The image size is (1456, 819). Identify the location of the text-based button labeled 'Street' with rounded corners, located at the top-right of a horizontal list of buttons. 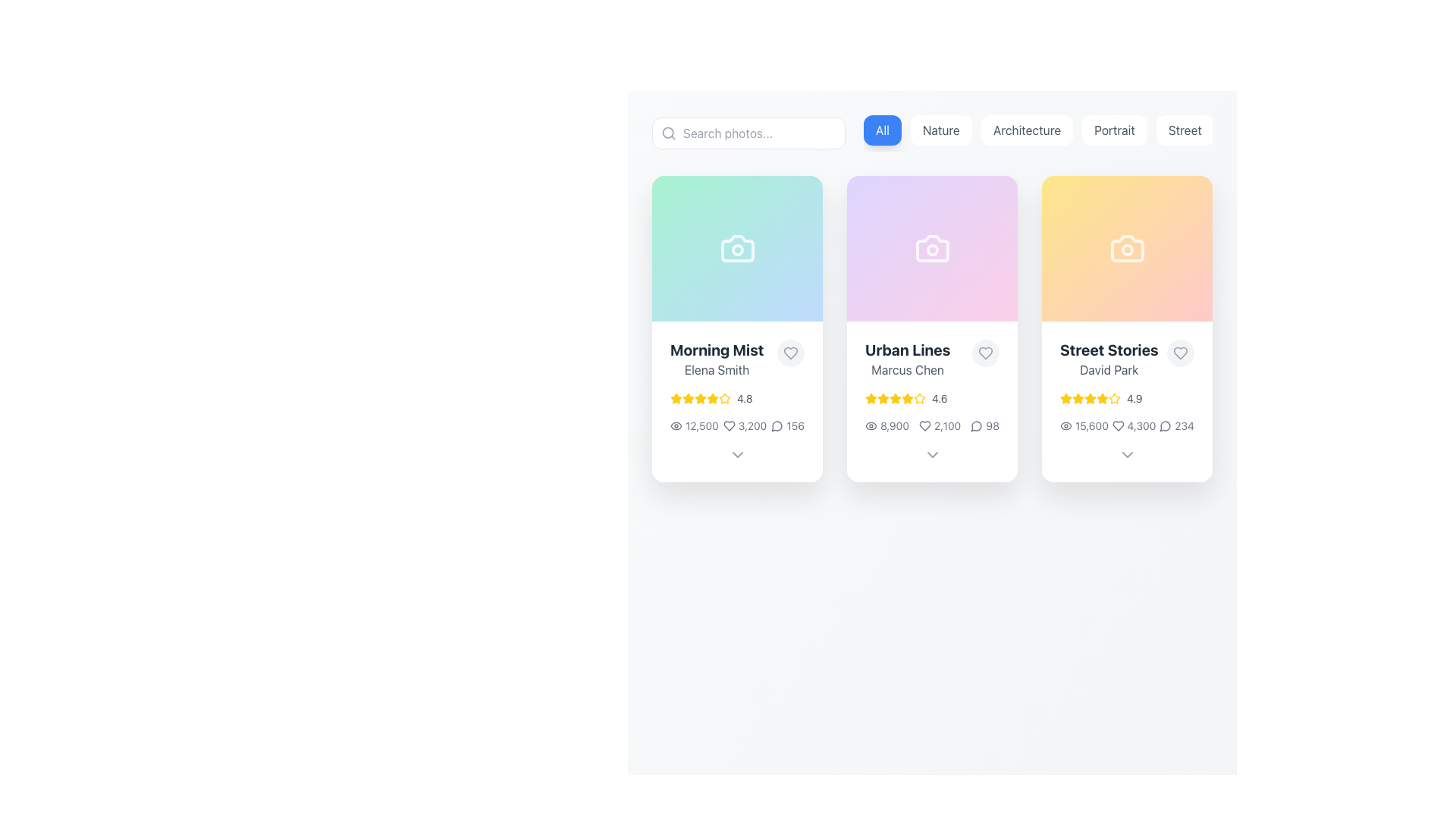
(1184, 130).